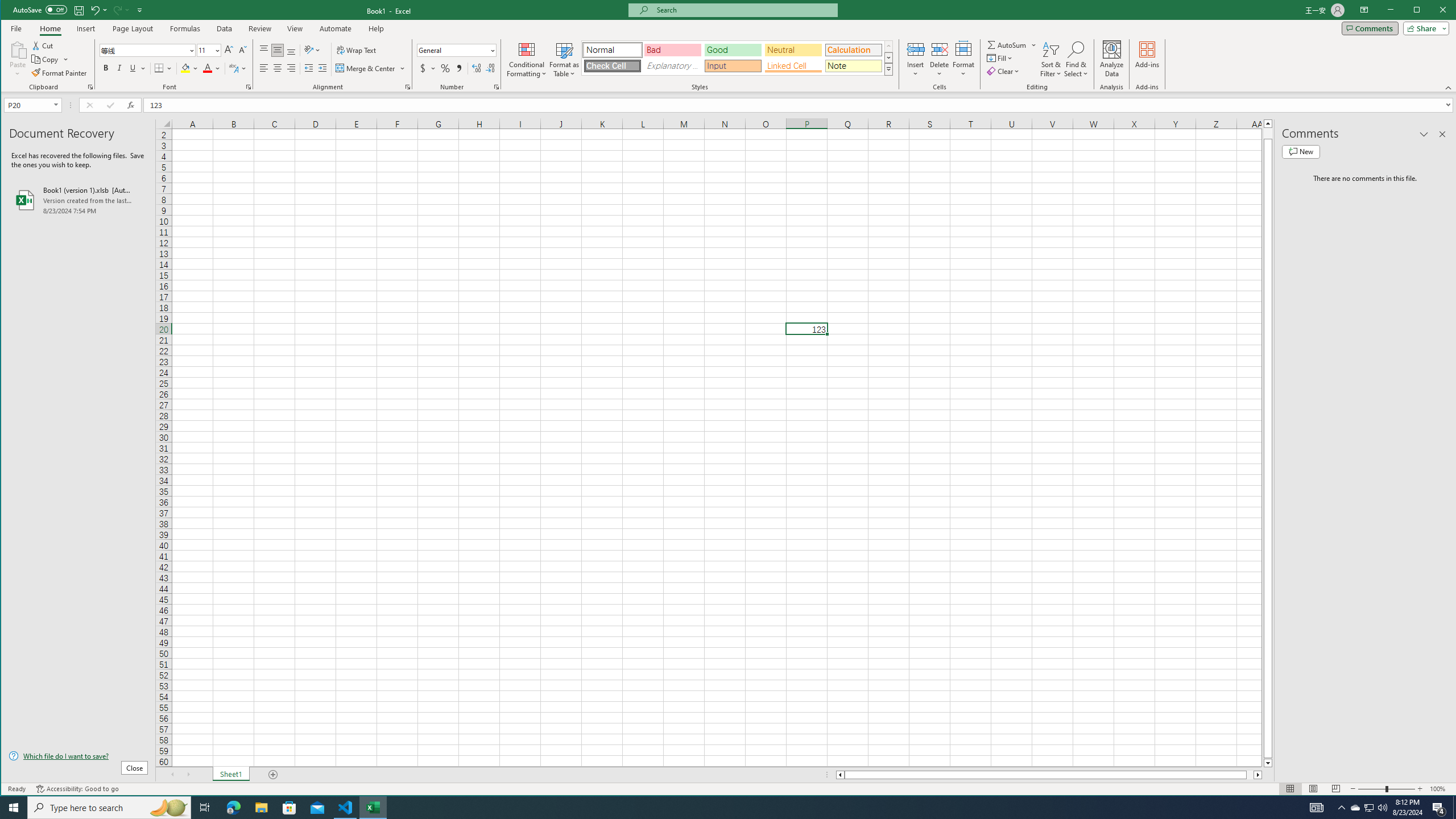 Image resolution: width=1456 pixels, height=819 pixels. Describe the element at coordinates (206, 68) in the screenshot. I see `'Font Color RGB(255, 0, 0)'` at that location.